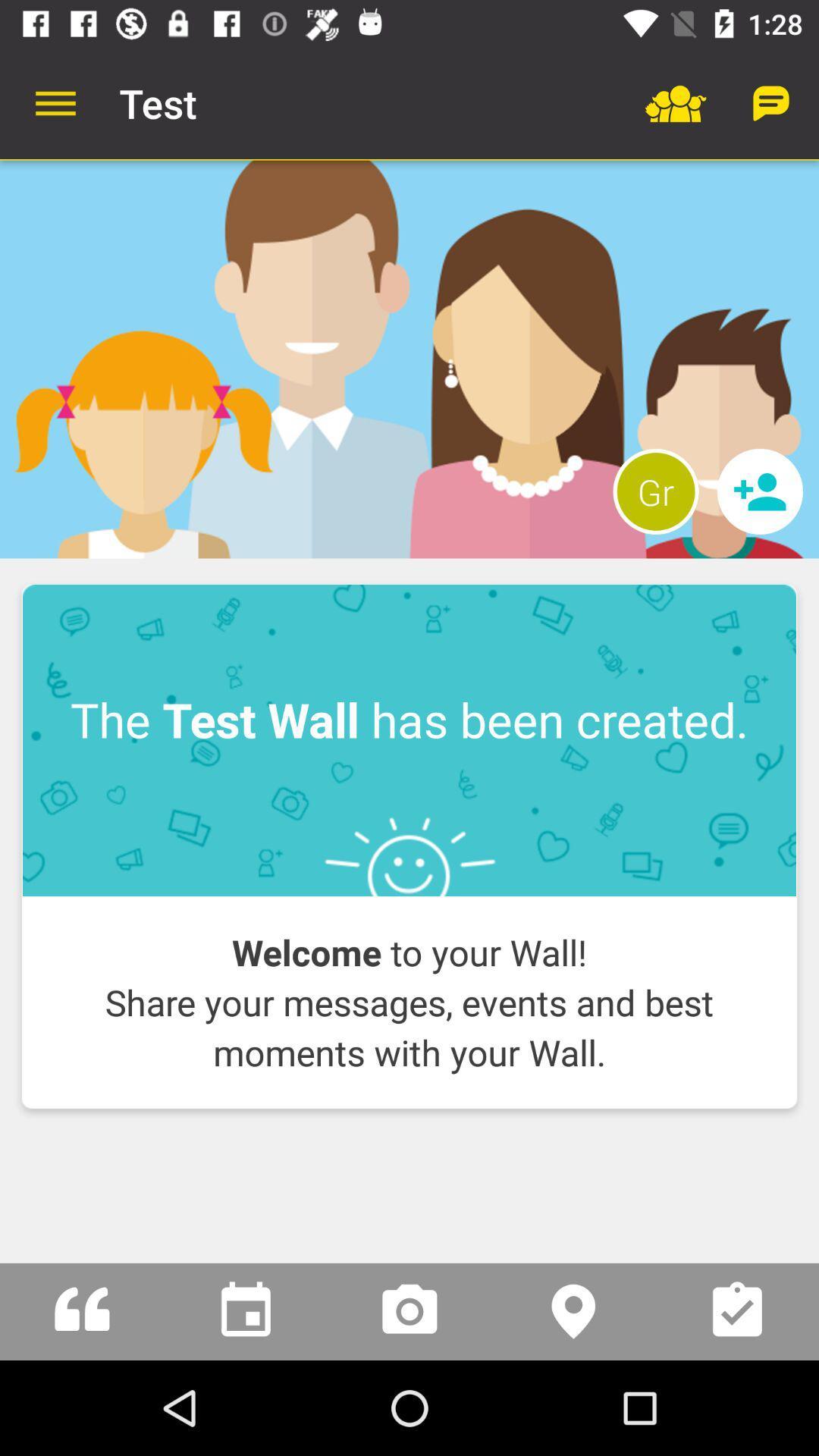 The width and height of the screenshot is (819, 1456). What do you see at coordinates (409, 1310) in the screenshot?
I see `camera` at bounding box center [409, 1310].